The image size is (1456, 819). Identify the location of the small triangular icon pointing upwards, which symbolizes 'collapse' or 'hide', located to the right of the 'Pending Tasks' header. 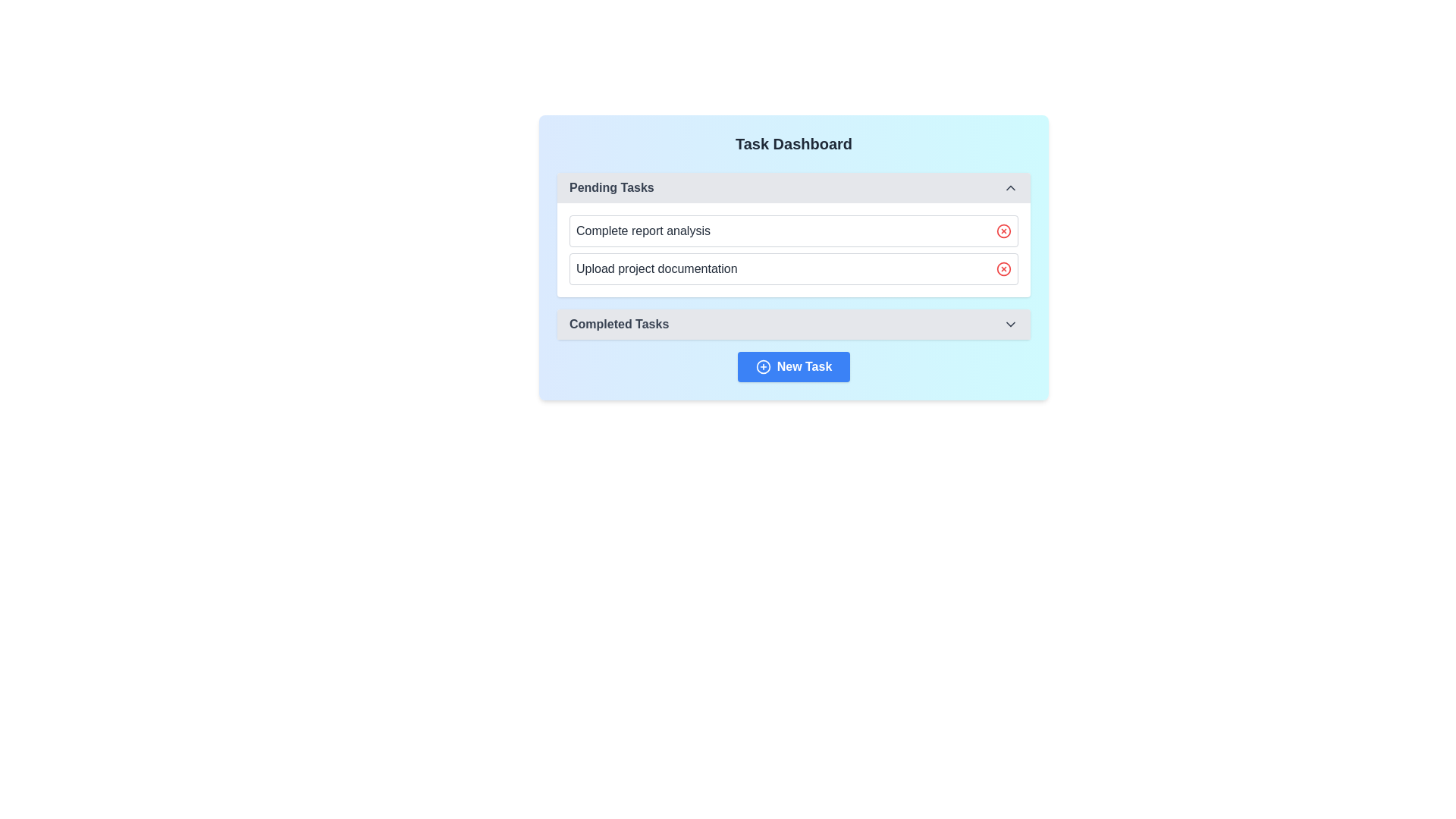
(1011, 187).